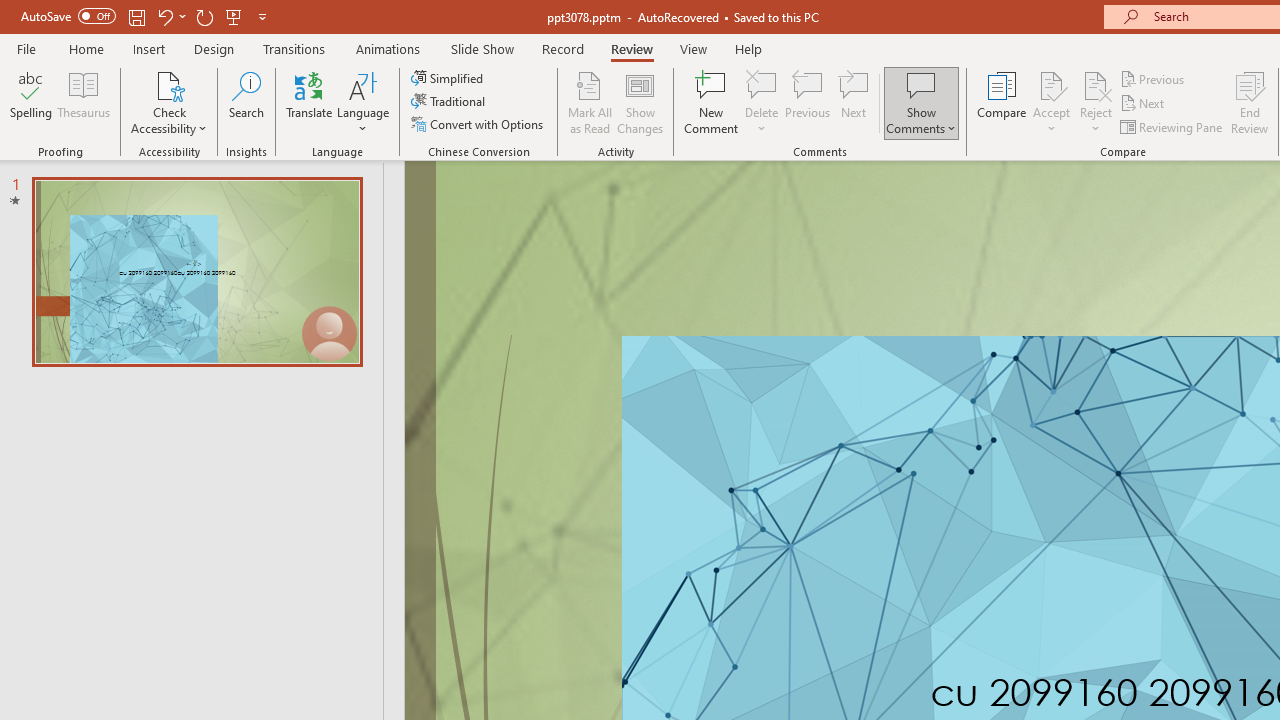  What do you see at coordinates (1050, 103) in the screenshot?
I see `'Accept'` at bounding box center [1050, 103].